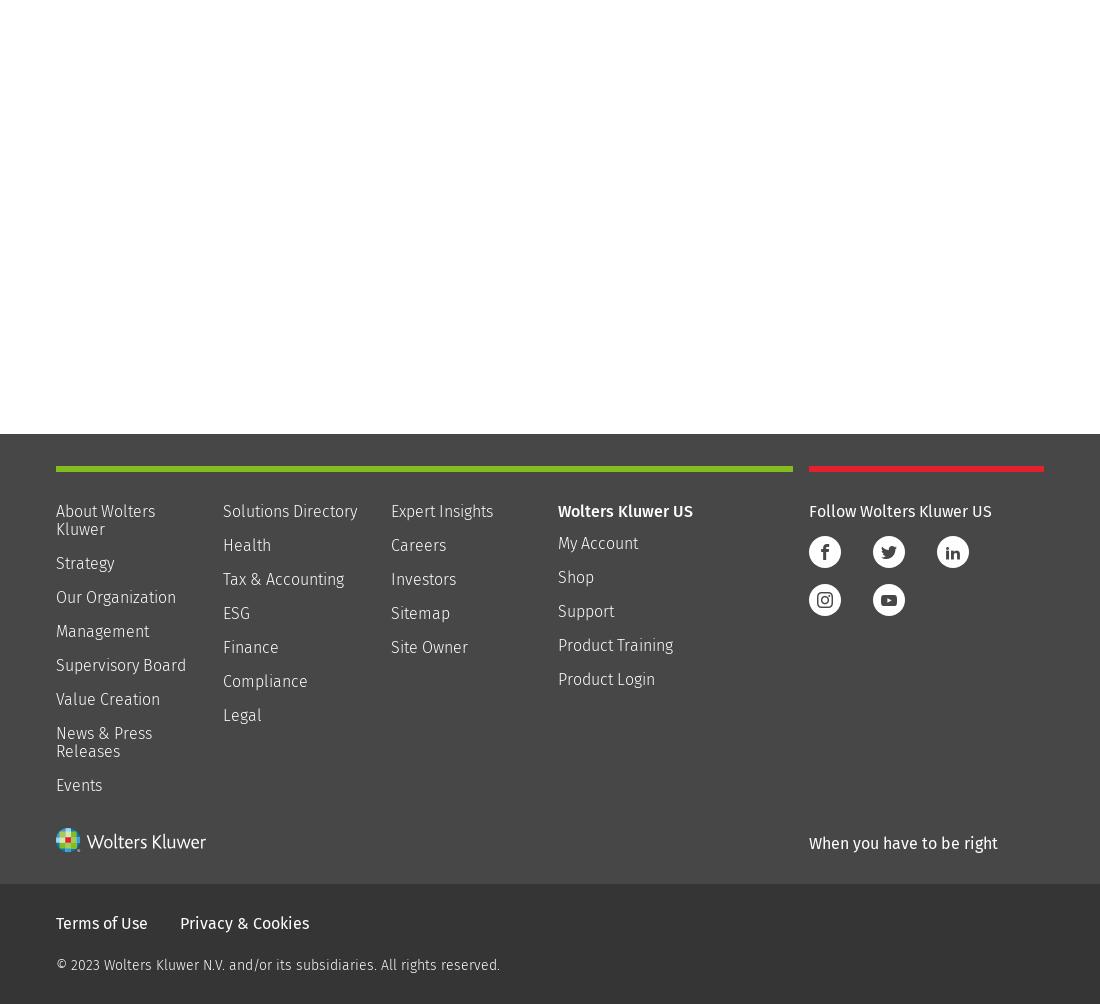  Describe the element at coordinates (276, 963) in the screenshot. I see `'© 2023 Wolters Kluwer N.V. and/or its subsidiaries. All rights reserved.'` at that location.